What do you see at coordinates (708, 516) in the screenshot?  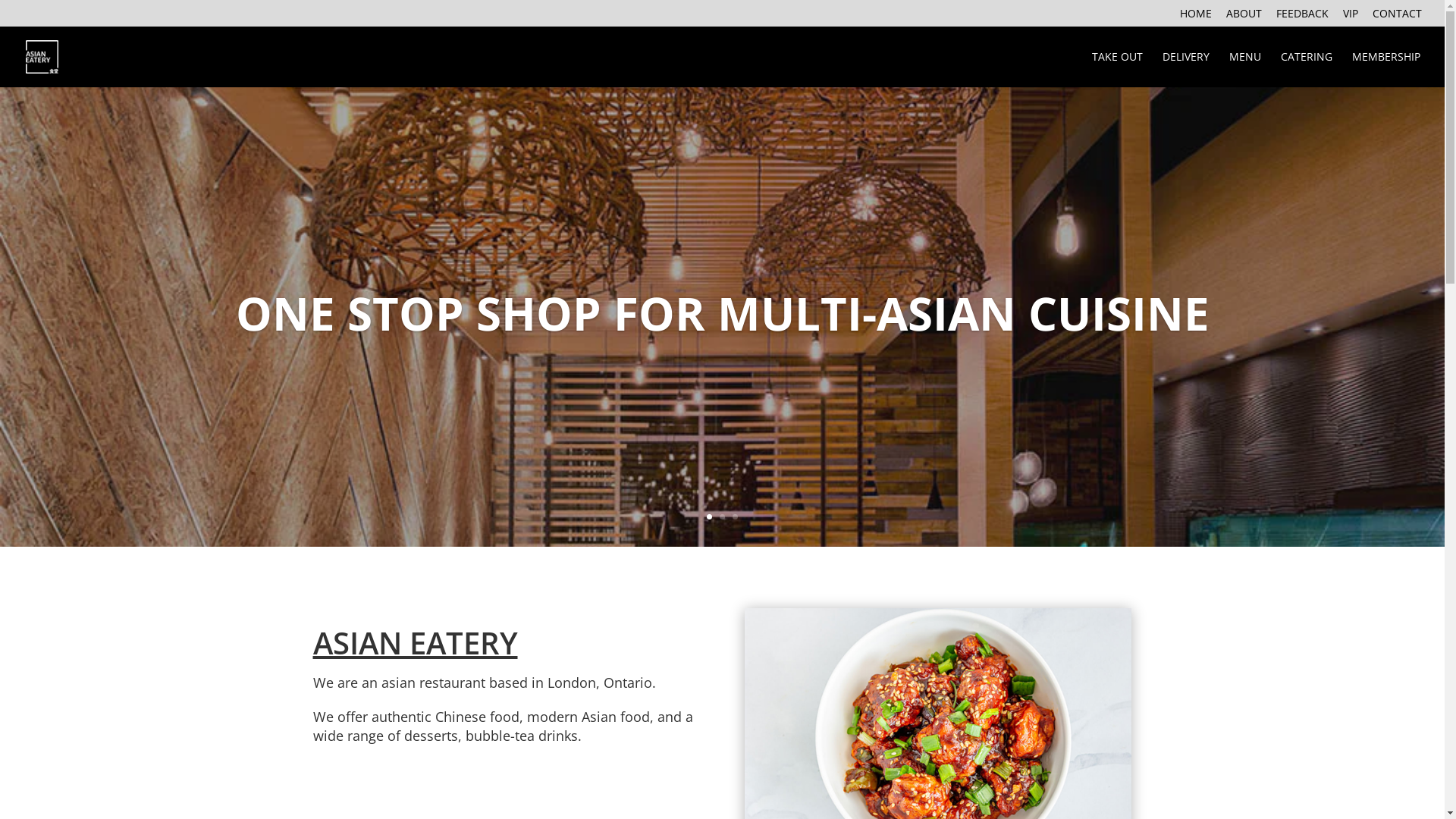 I see `'1'` at bounding box center [708, 516].